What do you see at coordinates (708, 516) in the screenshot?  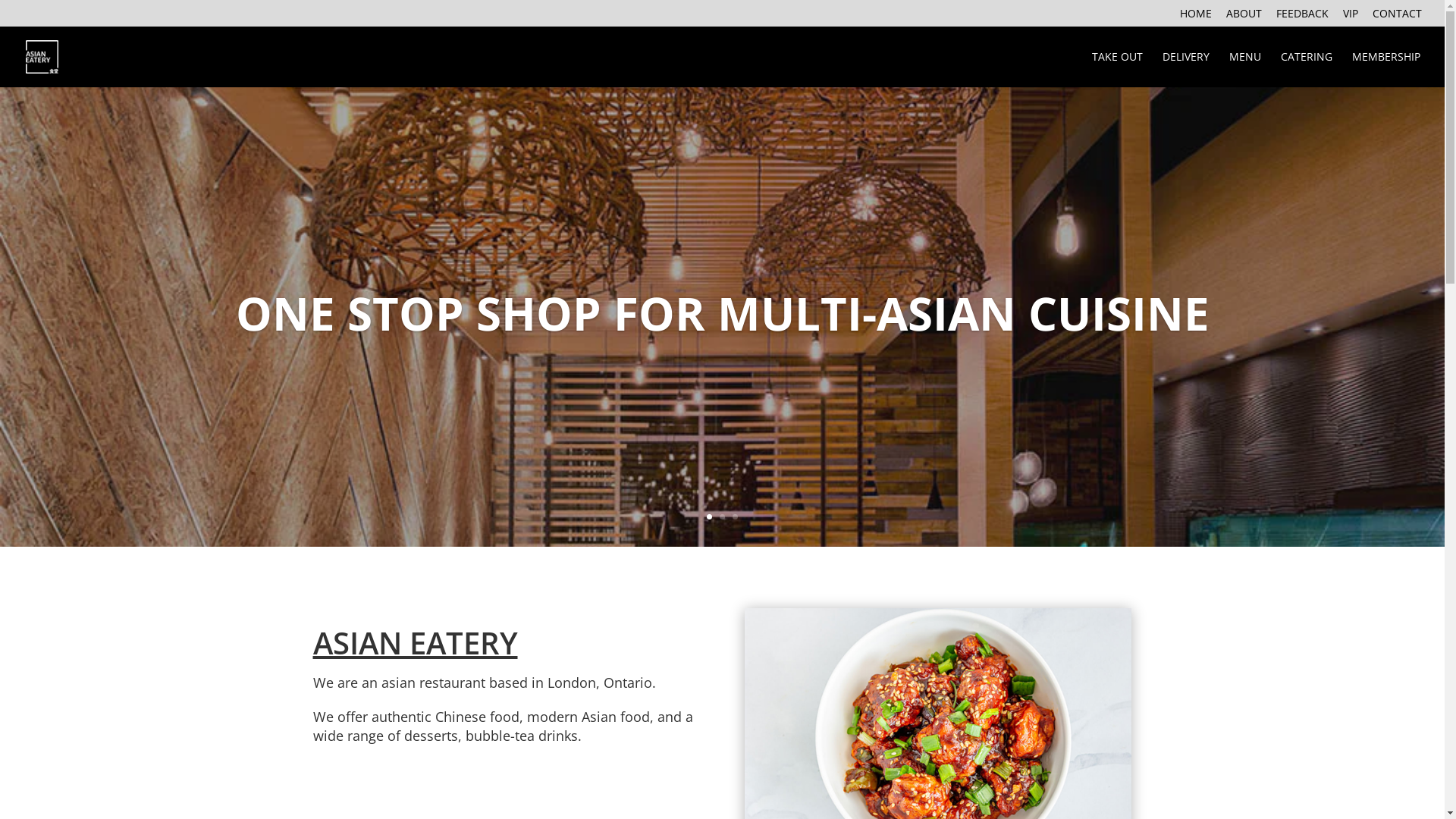 I see `'1'` at bounding box center [708, 516].